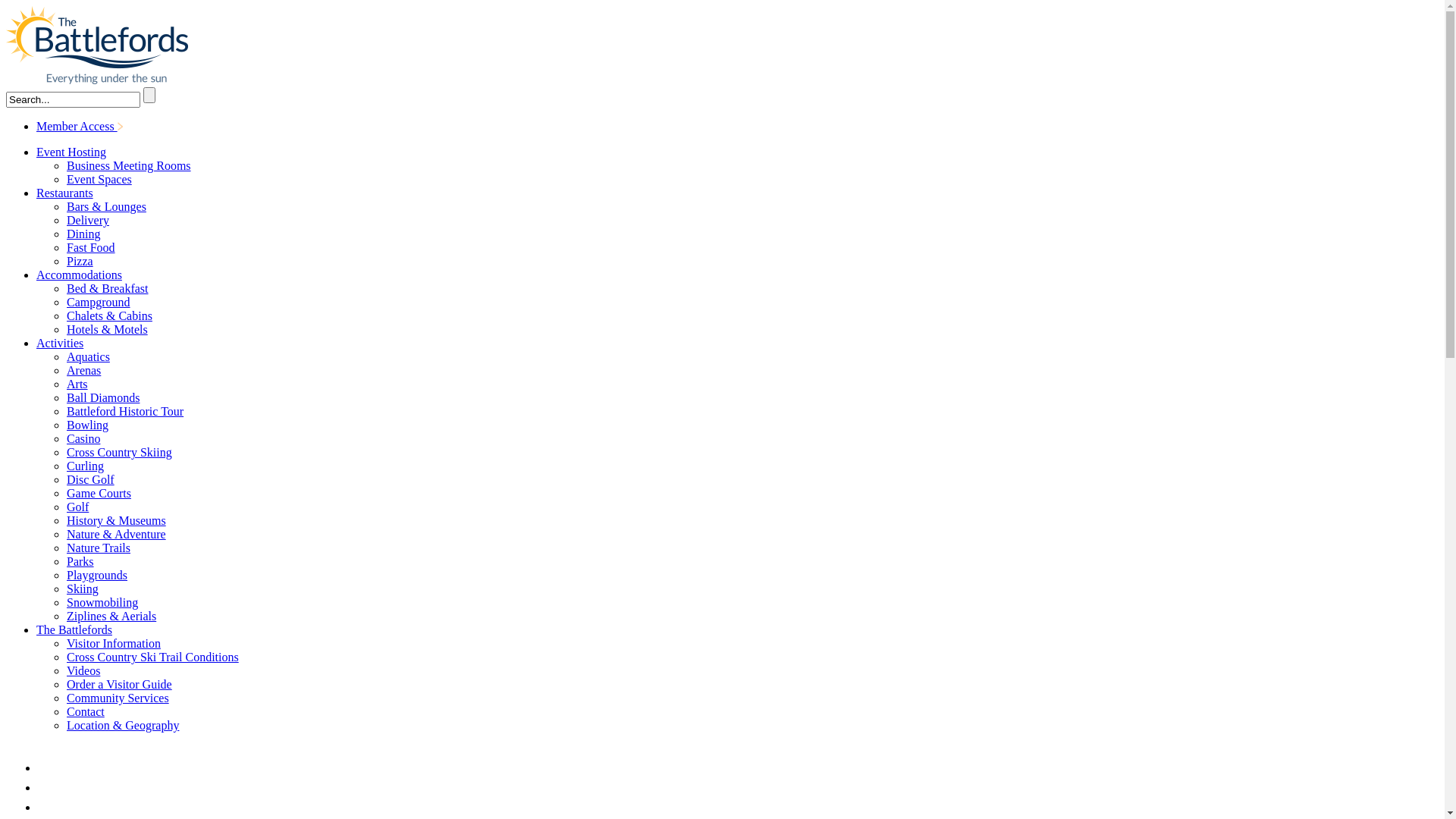 This screenshot has height=819, width=1456. What do you see at coordinates (76, 383) in the screenshot?
I see `'Arts'` at bounding box center [76, 383].